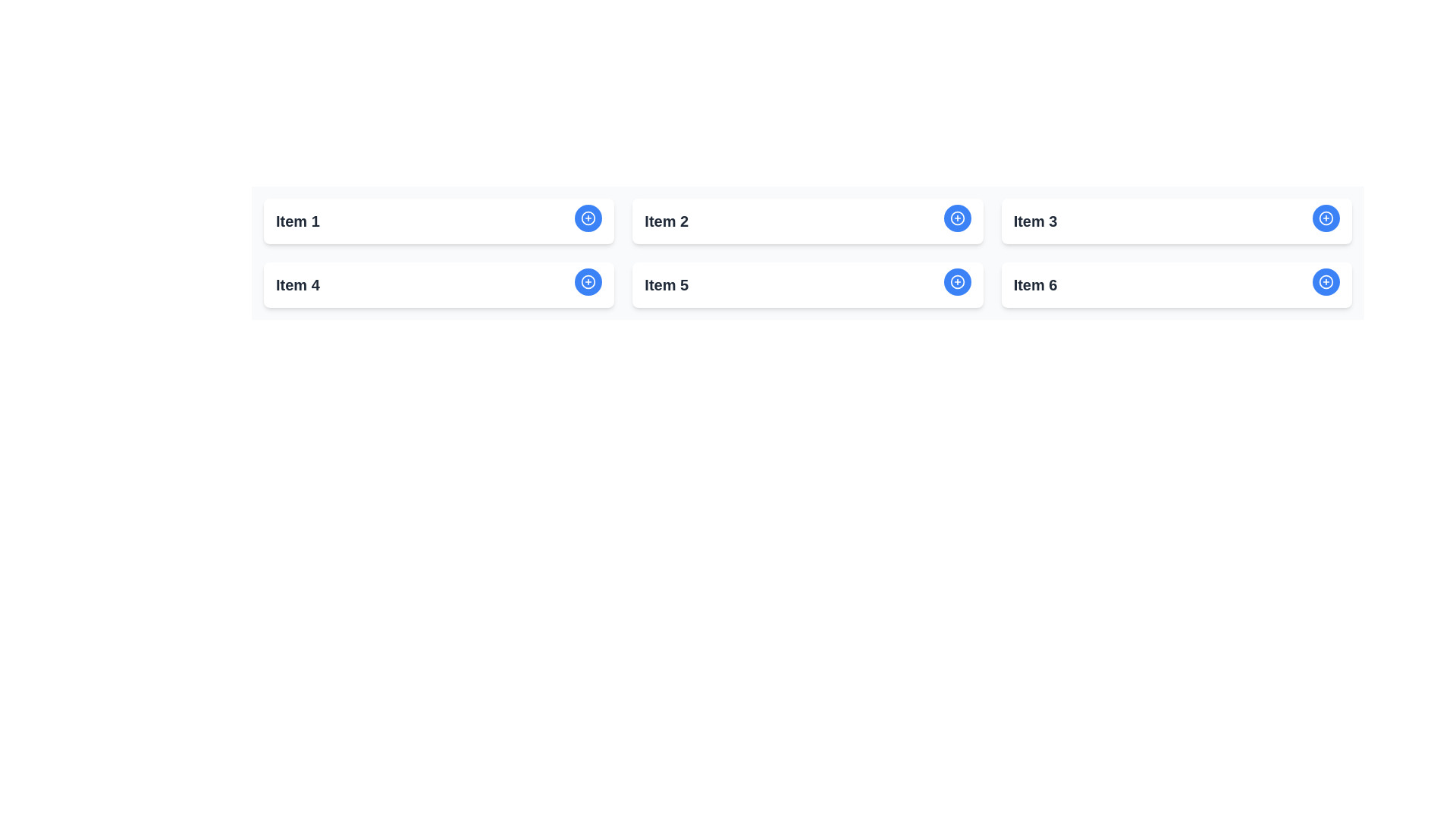  What do you see at coordinates (667, 221) in the screenshot?
I see `the static text label that serves as an identifier between 'Item 1' and 'Item 3' in the upper row of a horizontally arranged group` at bounding box center [667, 221].